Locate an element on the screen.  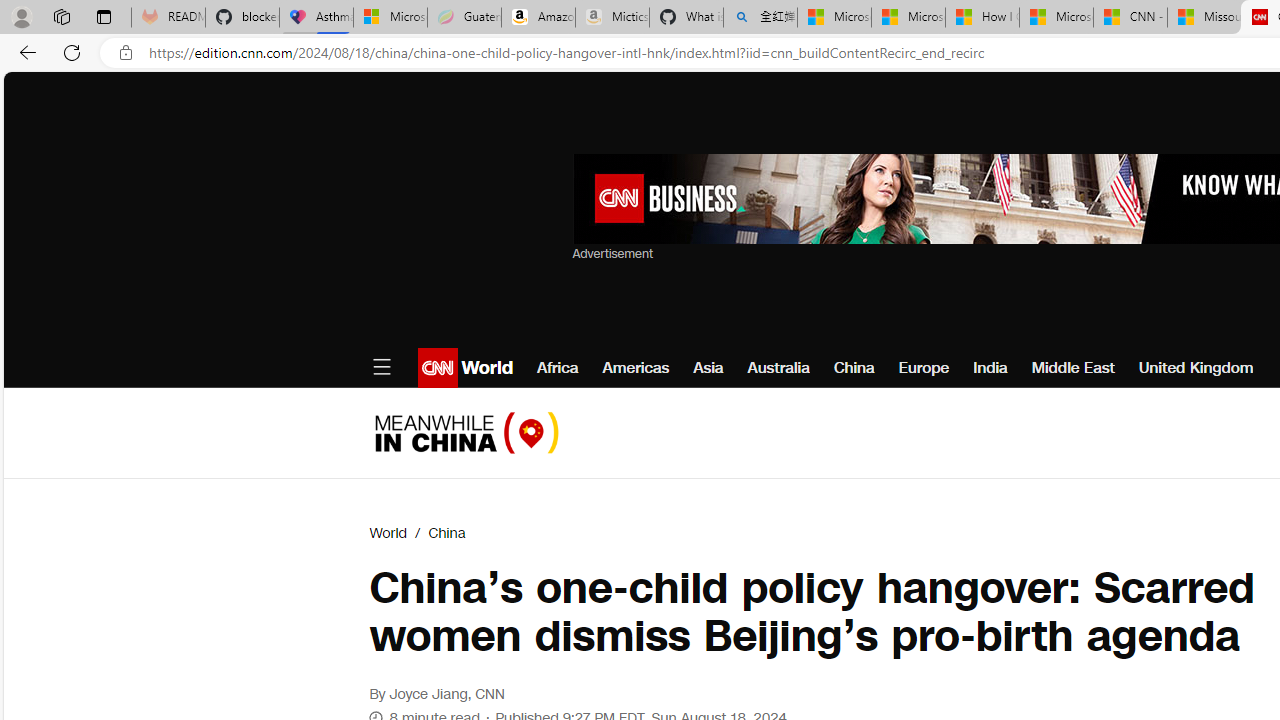
'Asia' is located at coordinates (708, 367).